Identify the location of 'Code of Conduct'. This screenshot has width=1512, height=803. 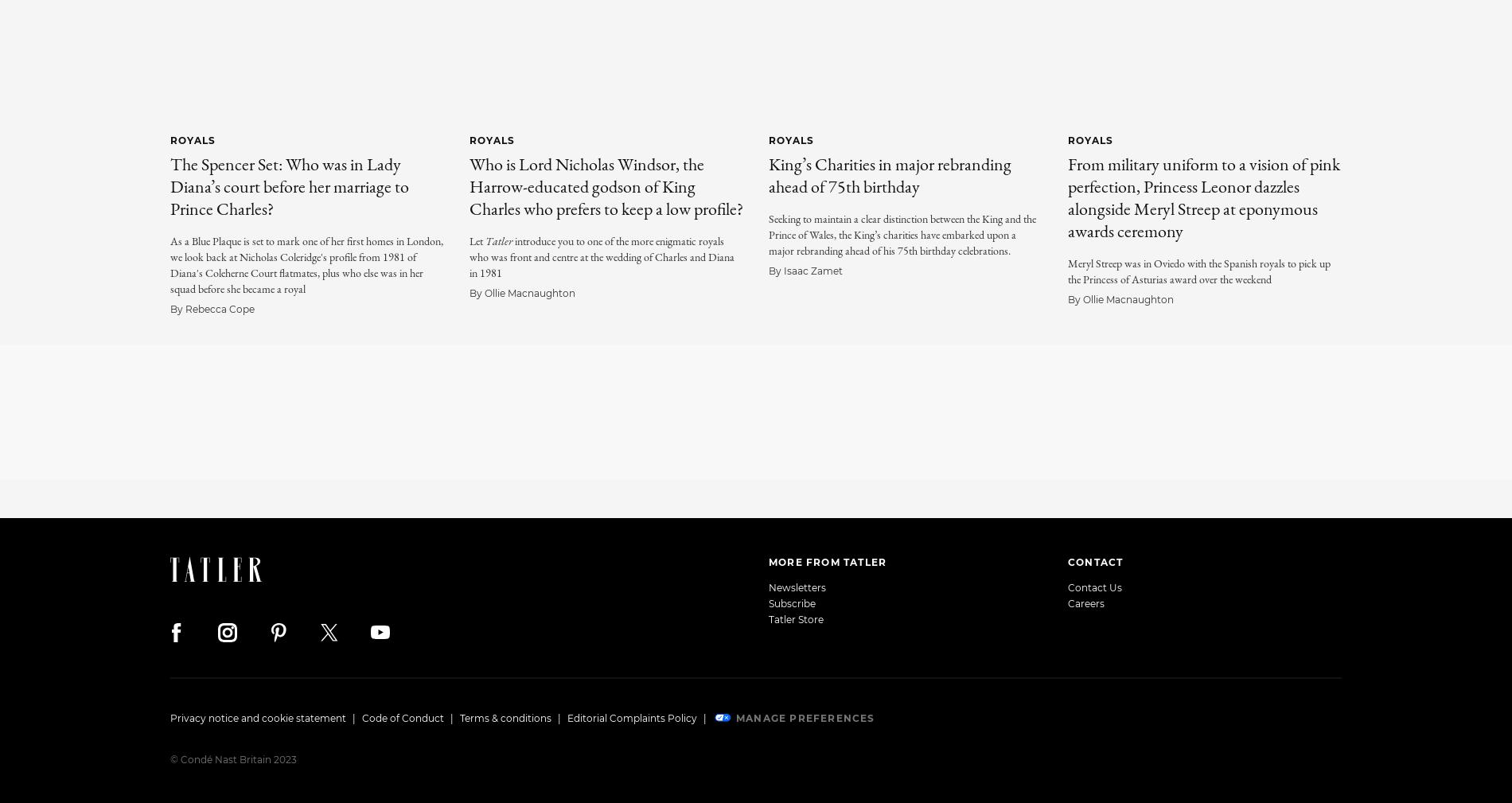
(361, 717).